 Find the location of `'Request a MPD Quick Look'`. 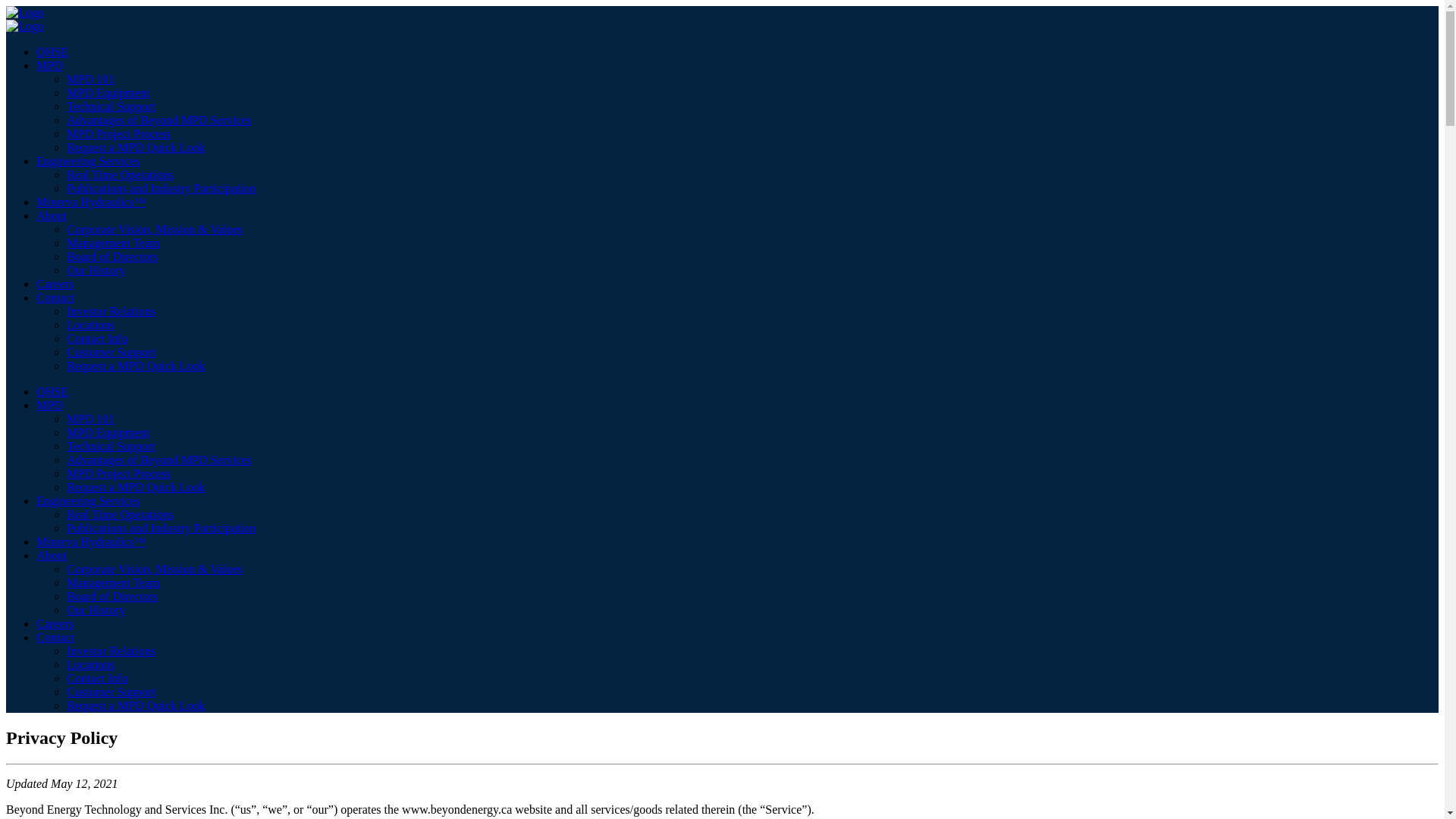

'Request a MPD Quick Look' is located at coordinates (135, 366).